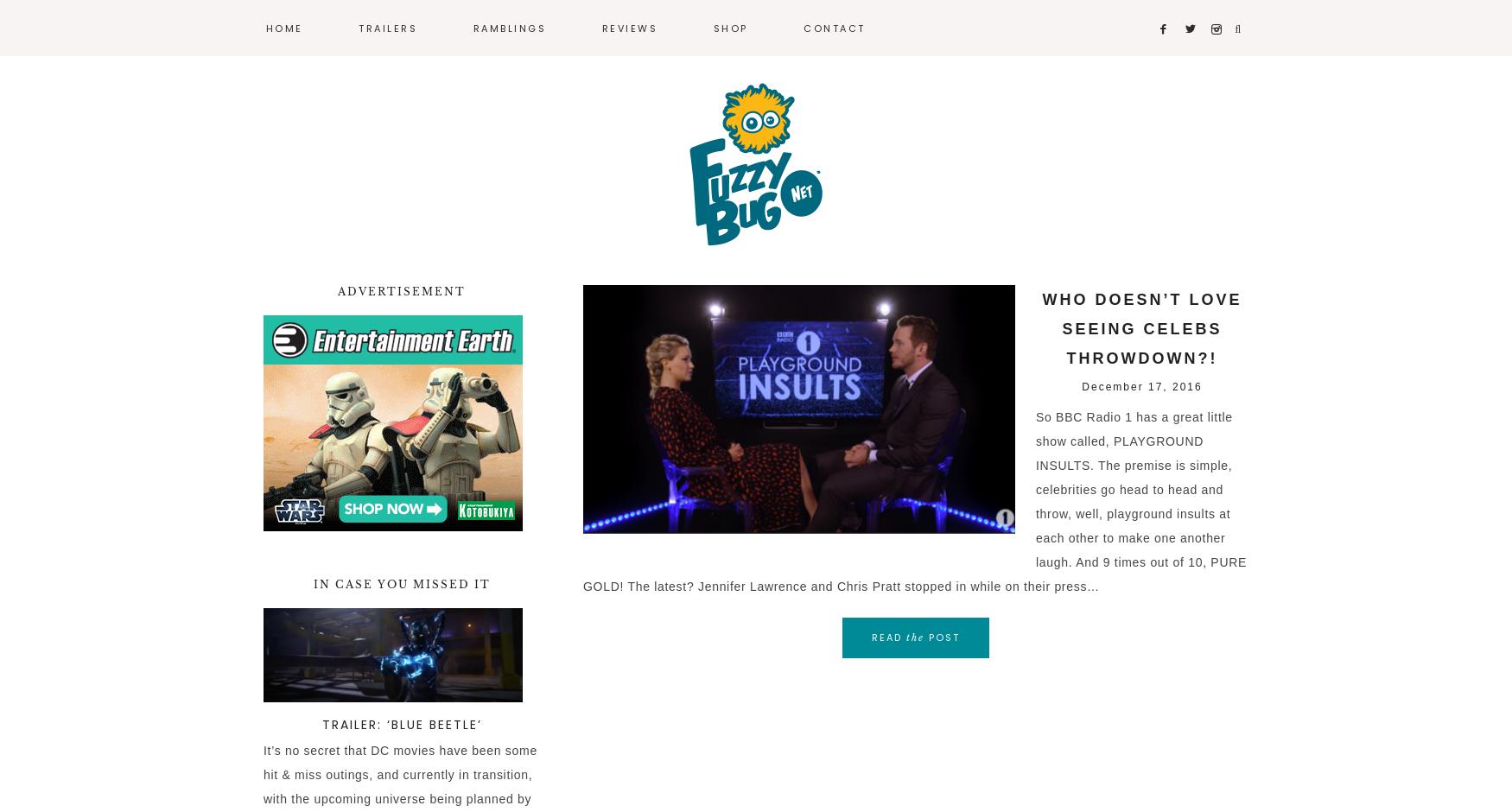  Describe the element at coordinates (388, 28) in the screenshot. I see `'Trailers'` at that location.